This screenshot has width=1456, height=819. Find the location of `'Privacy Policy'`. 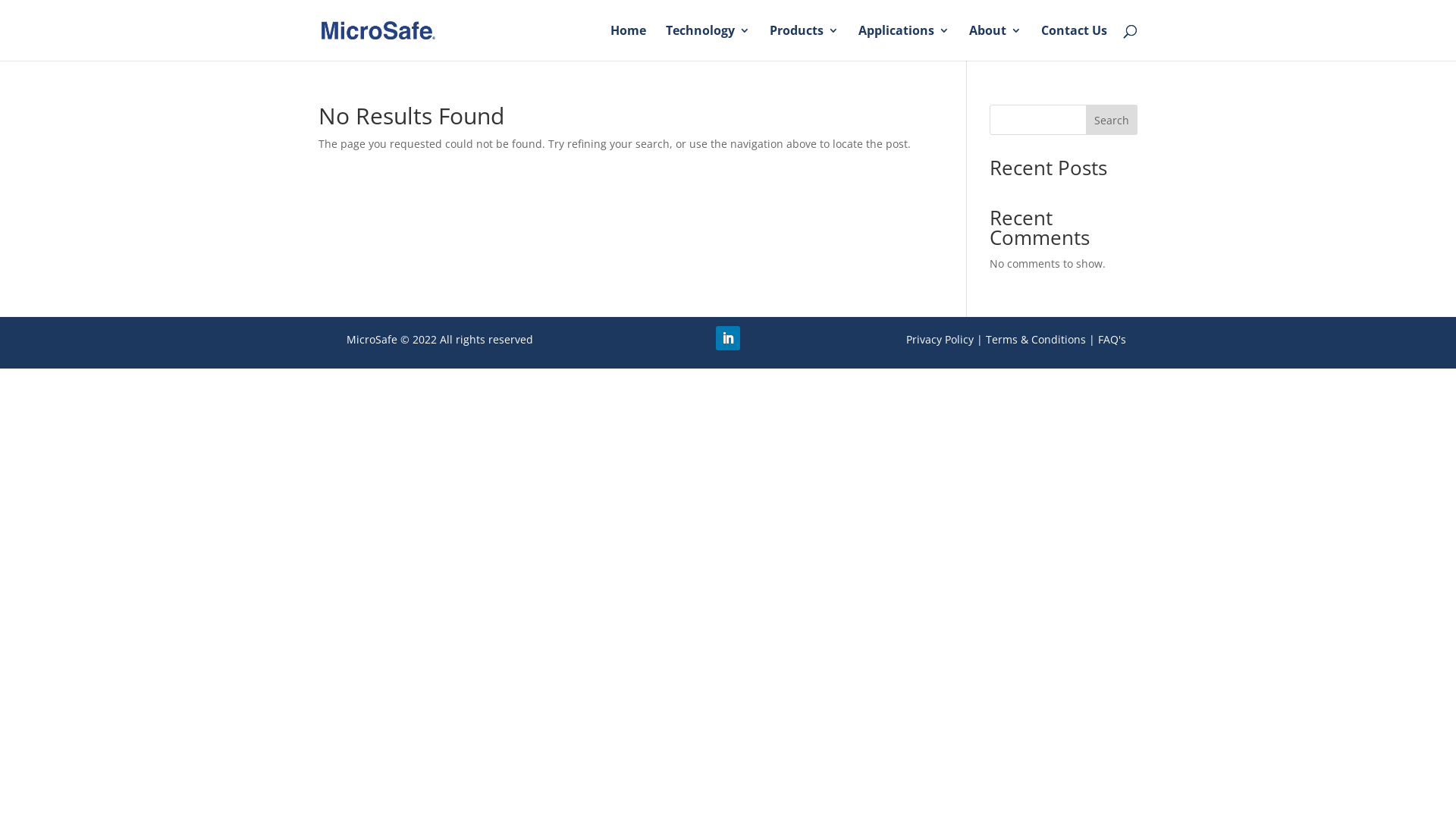

'Privacy Policy' is located at coordinates (939, 338).